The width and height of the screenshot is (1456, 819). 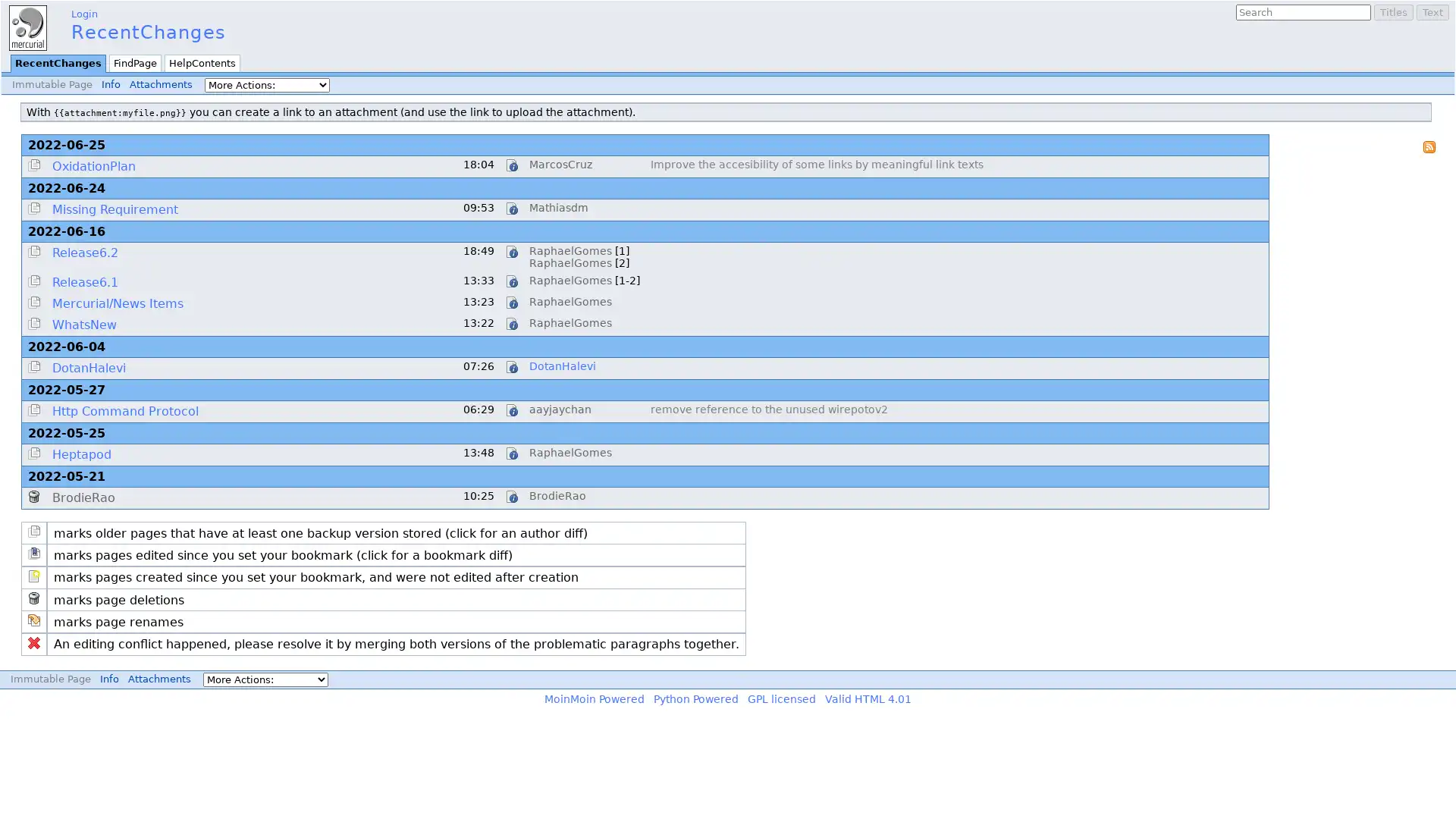 I want to click on Text, so click(x=1432, y=12).